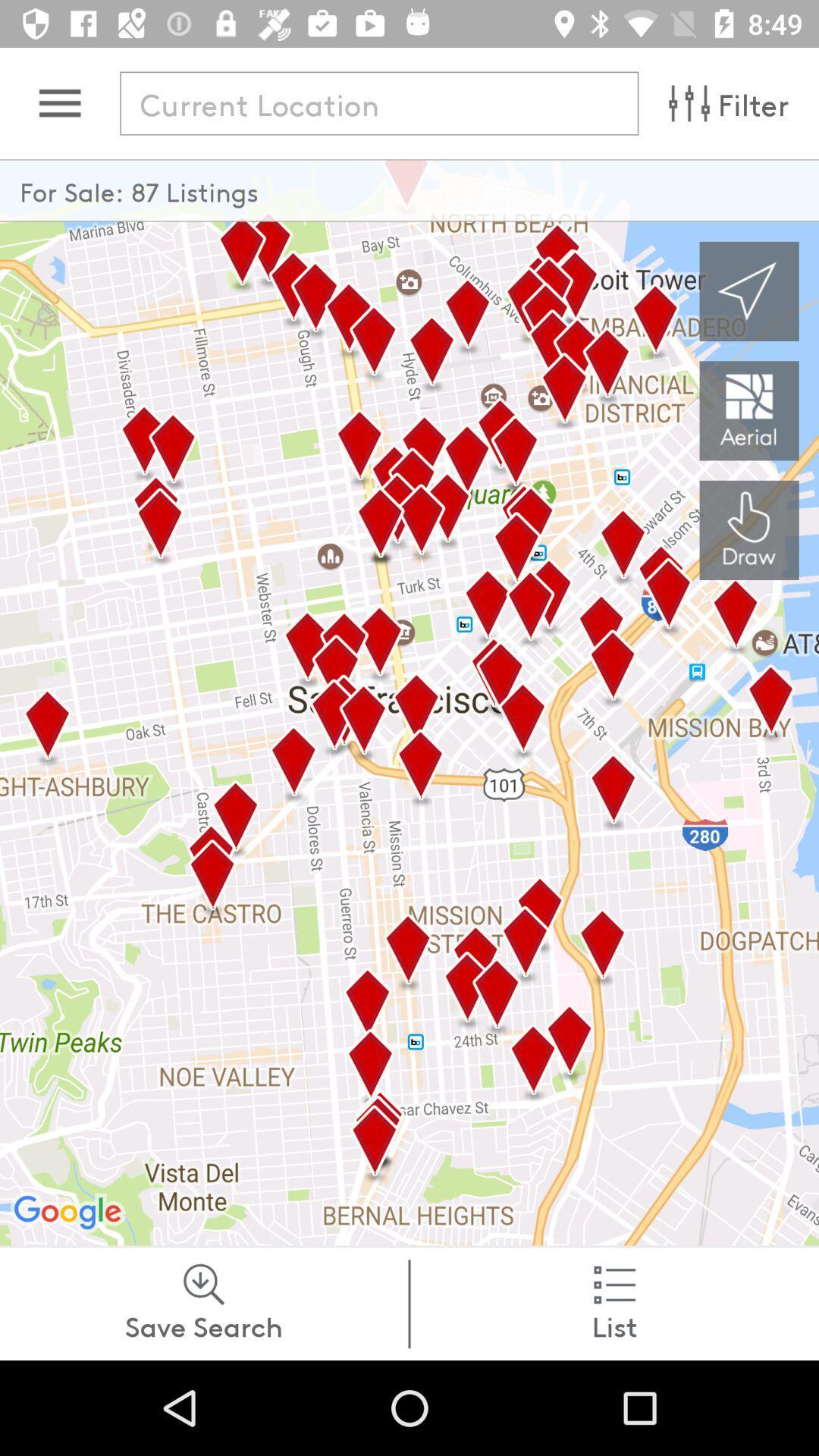 The height and width of the screenshot is (1456, 819). I want to click on the icon at the center, so click(409, 701).